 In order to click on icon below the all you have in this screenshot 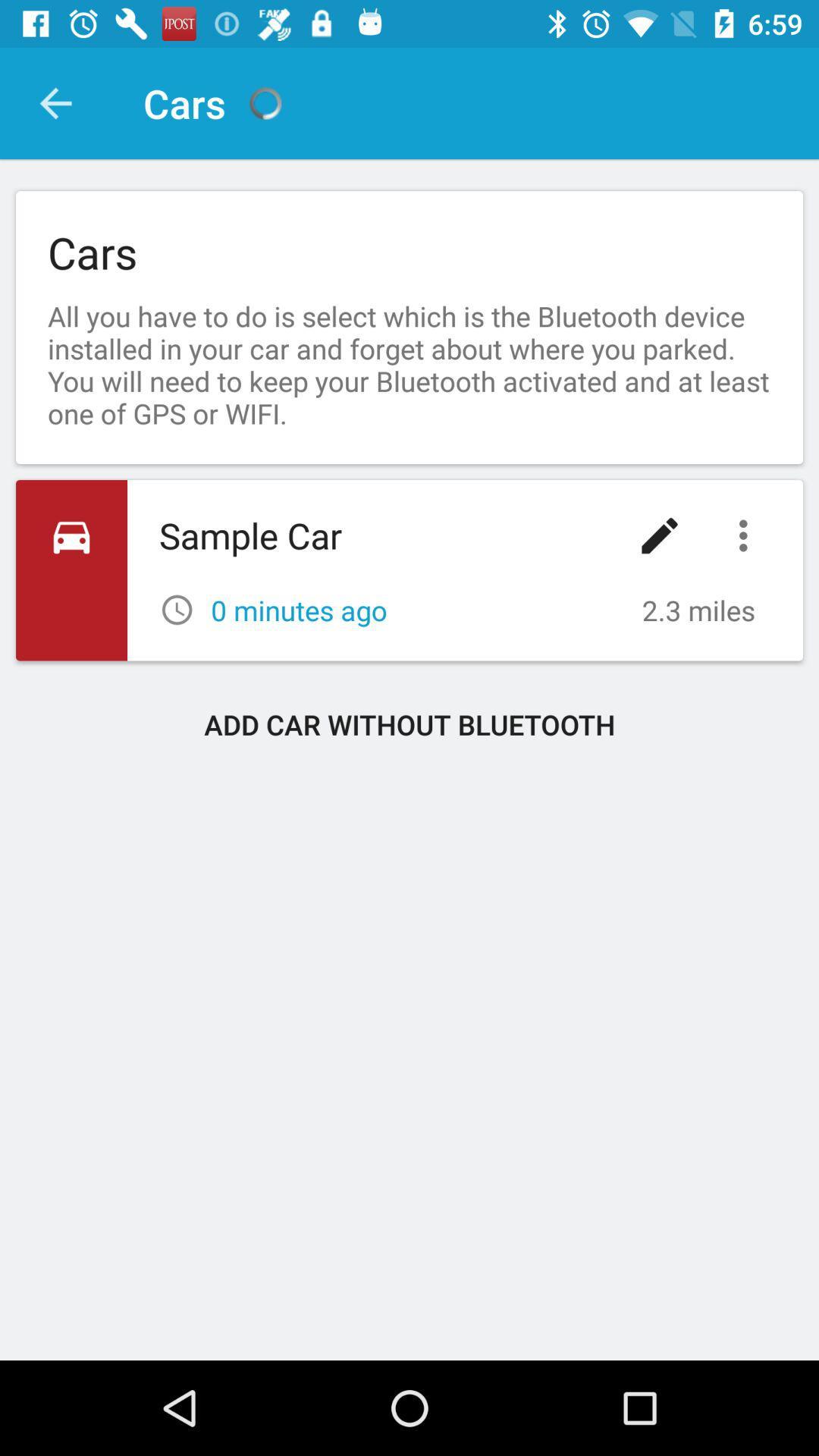, I will do `click(746, 535)`.